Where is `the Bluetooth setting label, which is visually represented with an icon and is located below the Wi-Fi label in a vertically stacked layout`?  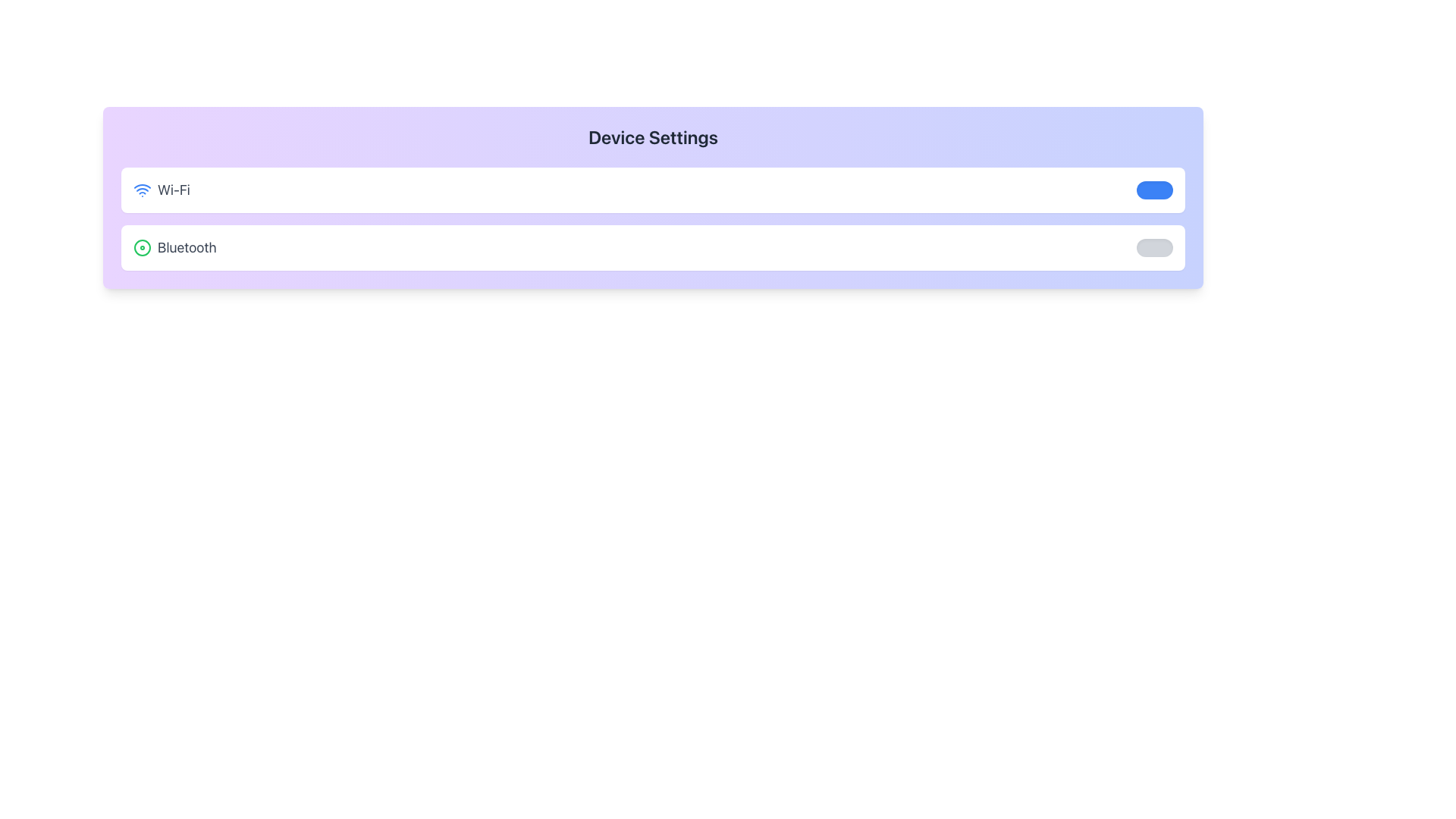
the Bluetooth setting label, which is visually represented with an icon and is located below the Wi-Fi label in a vertically stacked layout is located at coordinates (174, 247).